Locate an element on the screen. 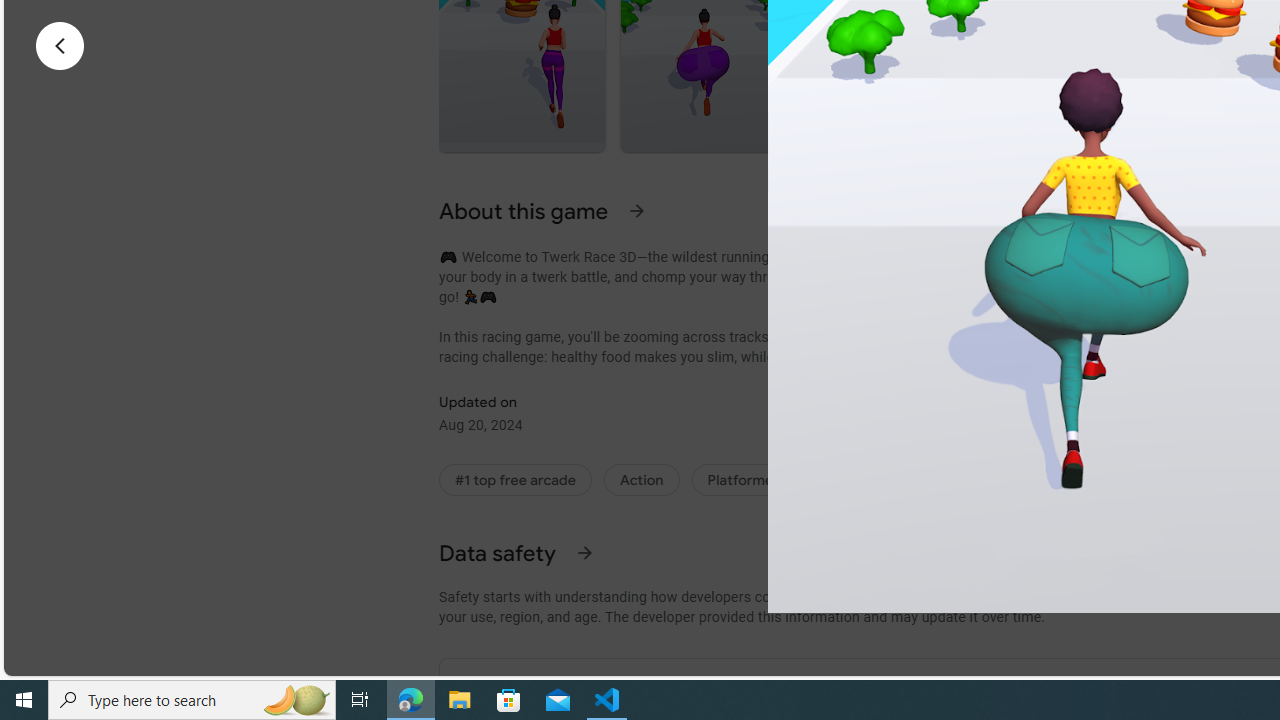 The height and width of the screenshot is (720, 1280). 'Action' is located at coordinates (641, 480).